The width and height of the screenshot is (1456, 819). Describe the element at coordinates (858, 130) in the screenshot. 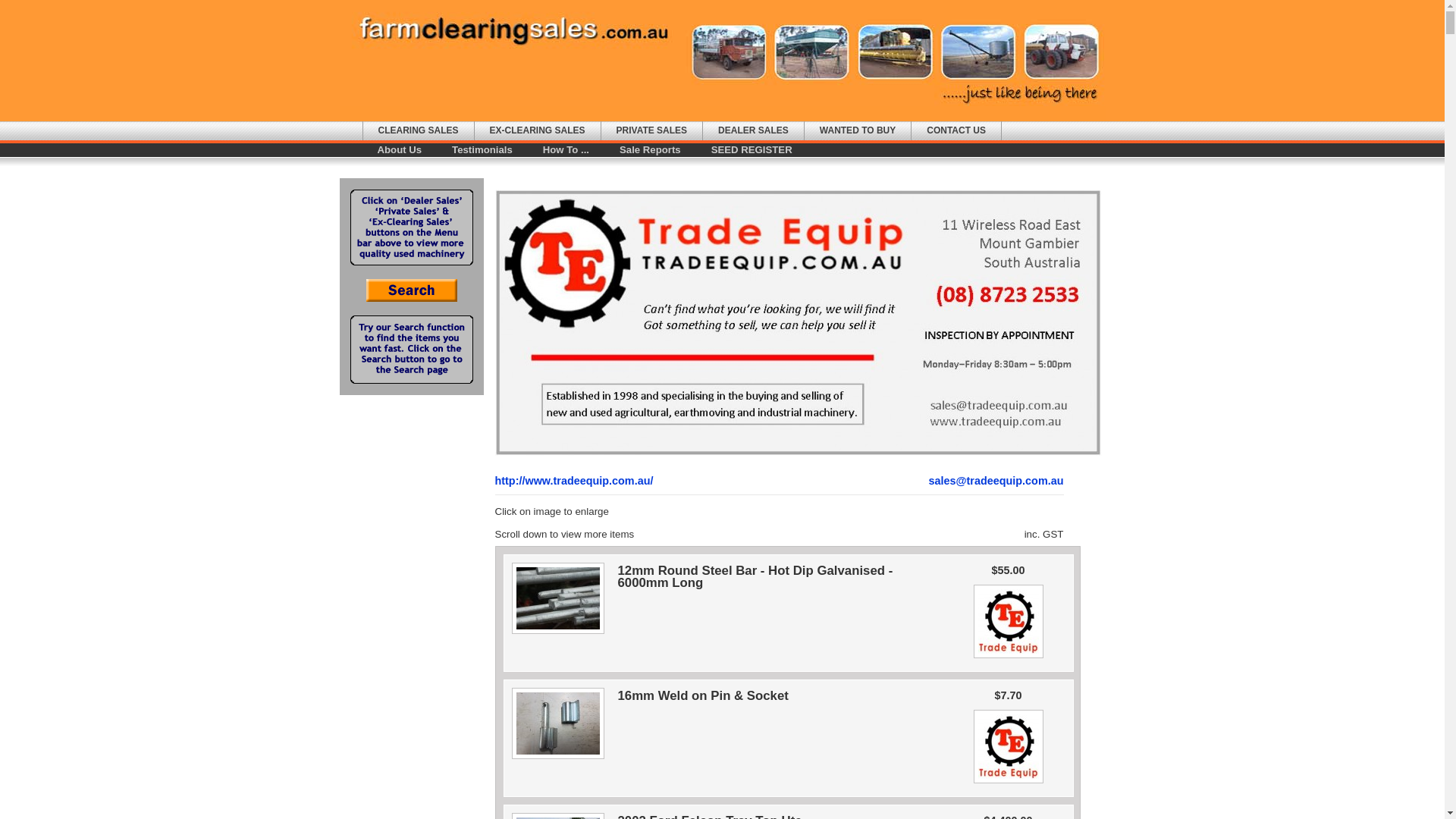

I see `'WANTED TO BUY'` at that location.